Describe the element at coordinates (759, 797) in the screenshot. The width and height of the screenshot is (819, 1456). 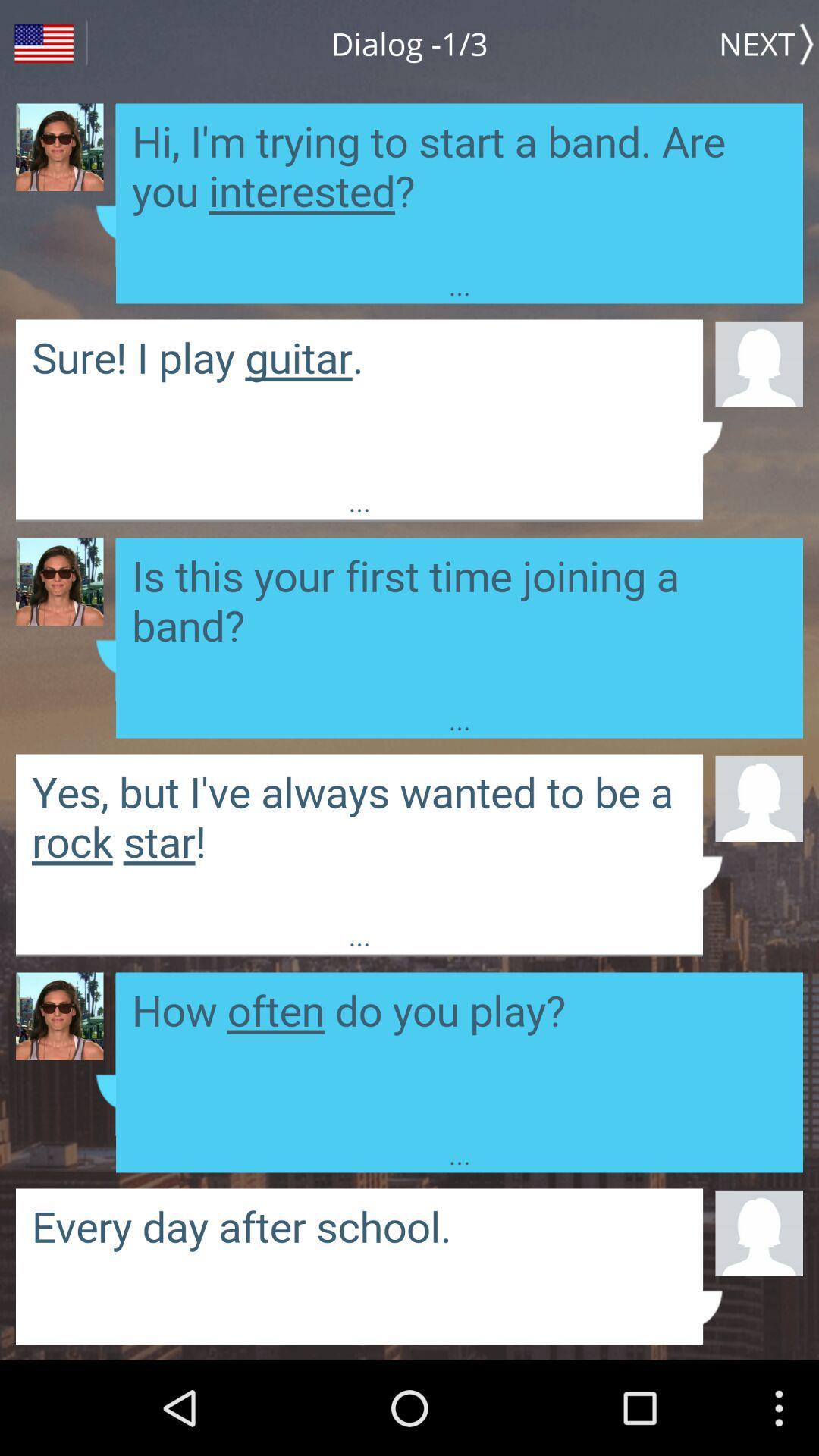
I see `the item on the right` at that location.